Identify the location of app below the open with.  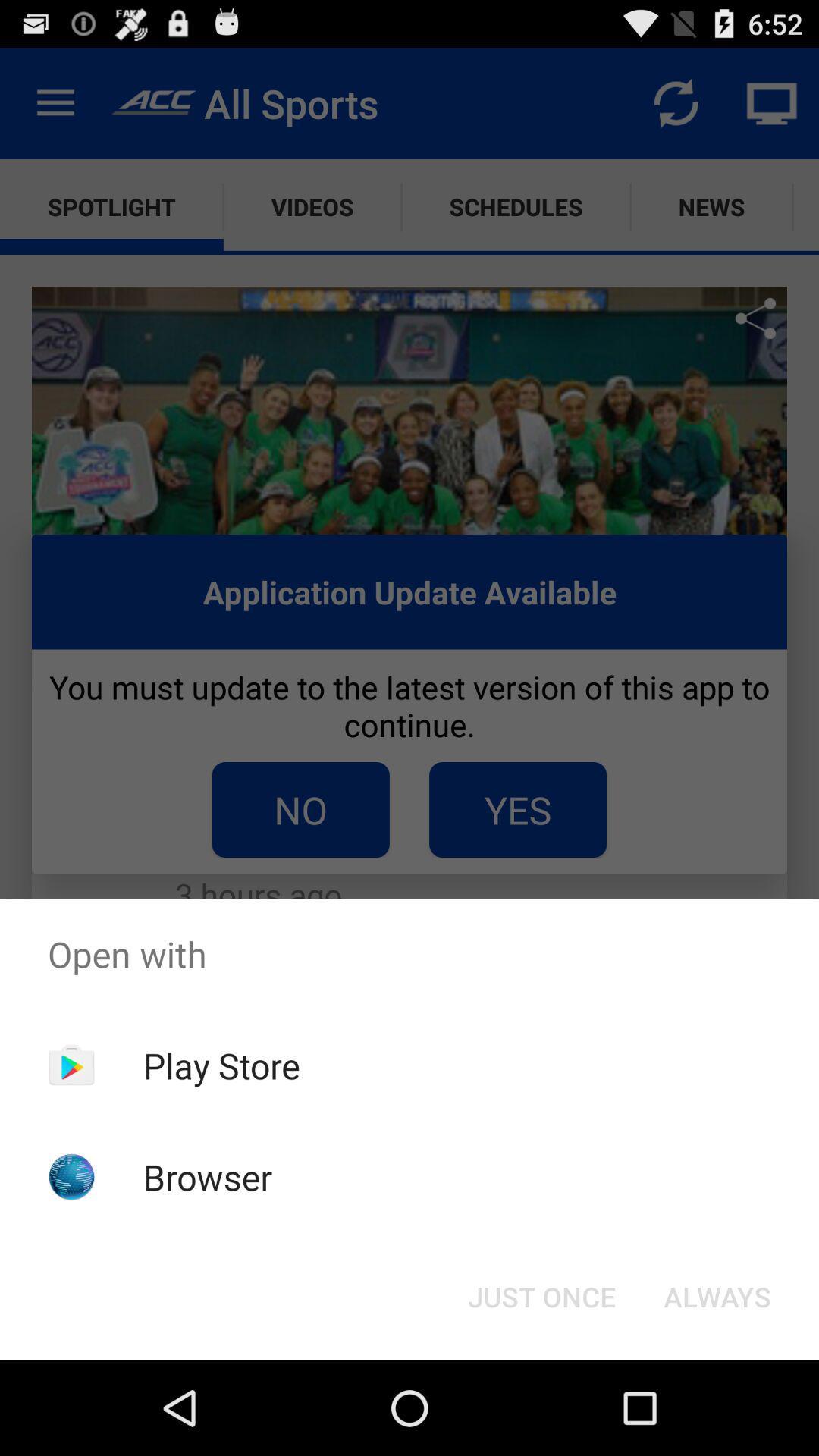
(221, 1065).